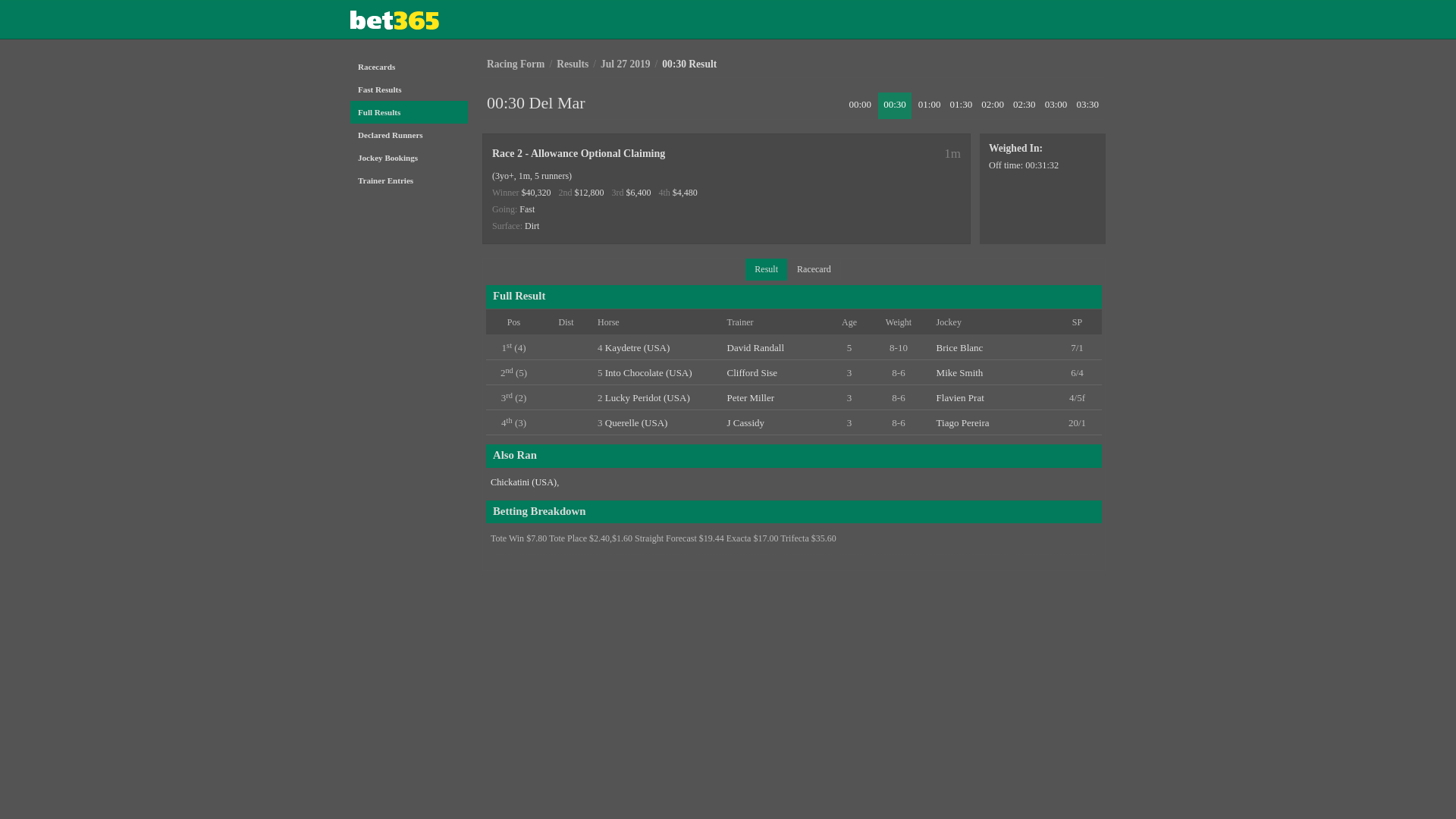 The height and width of the screenshot is (819, 1456). What do you see at coordinates (523, 482) in the screenshot?
I see `'Chickatini (USA)'` at bounding box center [523, 482].